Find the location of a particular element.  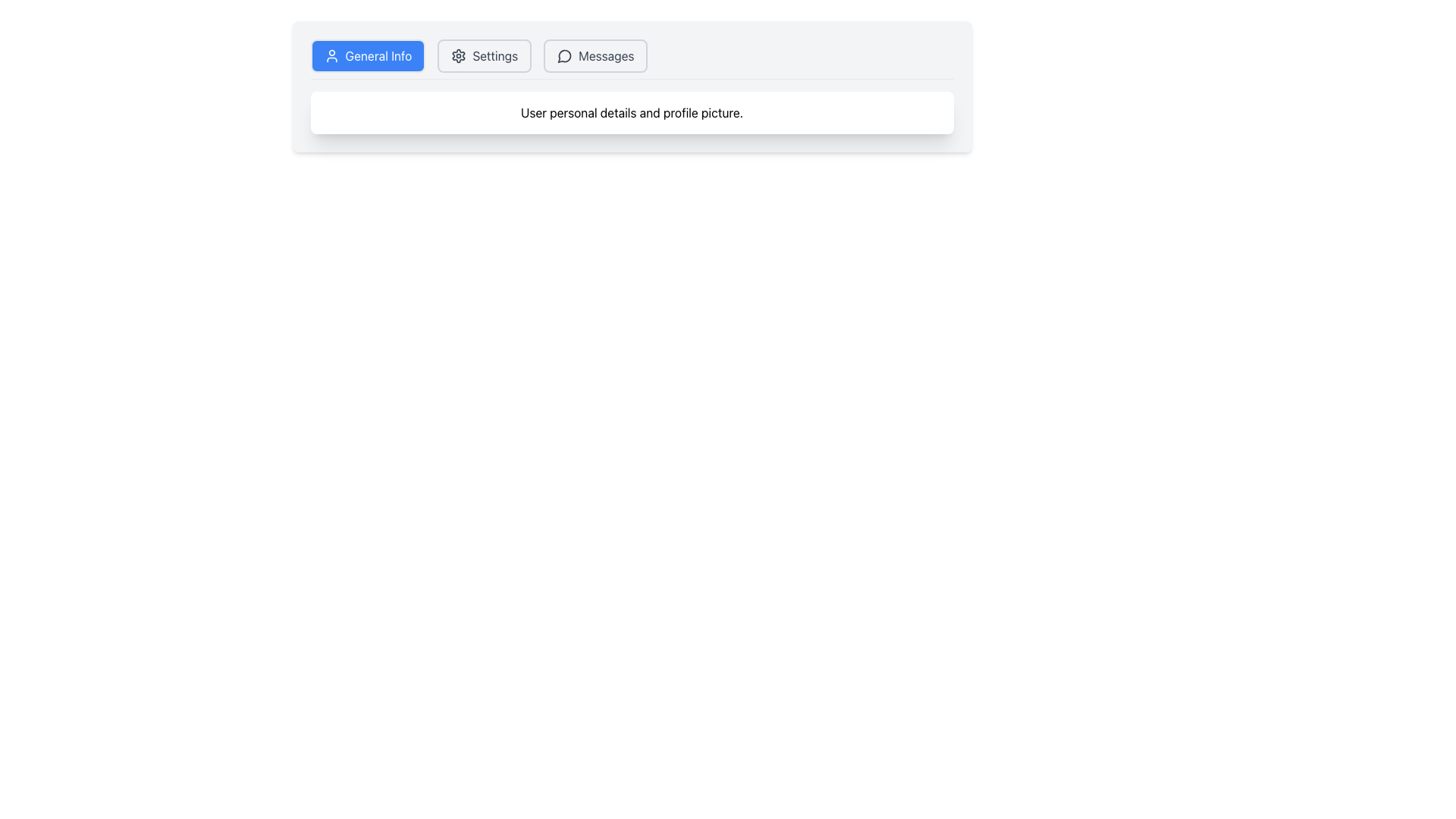

the navigation button for messaging, which is the third button in a horizontal row of three buttons at the top-center of the interface is located at coordinates (595, 55).